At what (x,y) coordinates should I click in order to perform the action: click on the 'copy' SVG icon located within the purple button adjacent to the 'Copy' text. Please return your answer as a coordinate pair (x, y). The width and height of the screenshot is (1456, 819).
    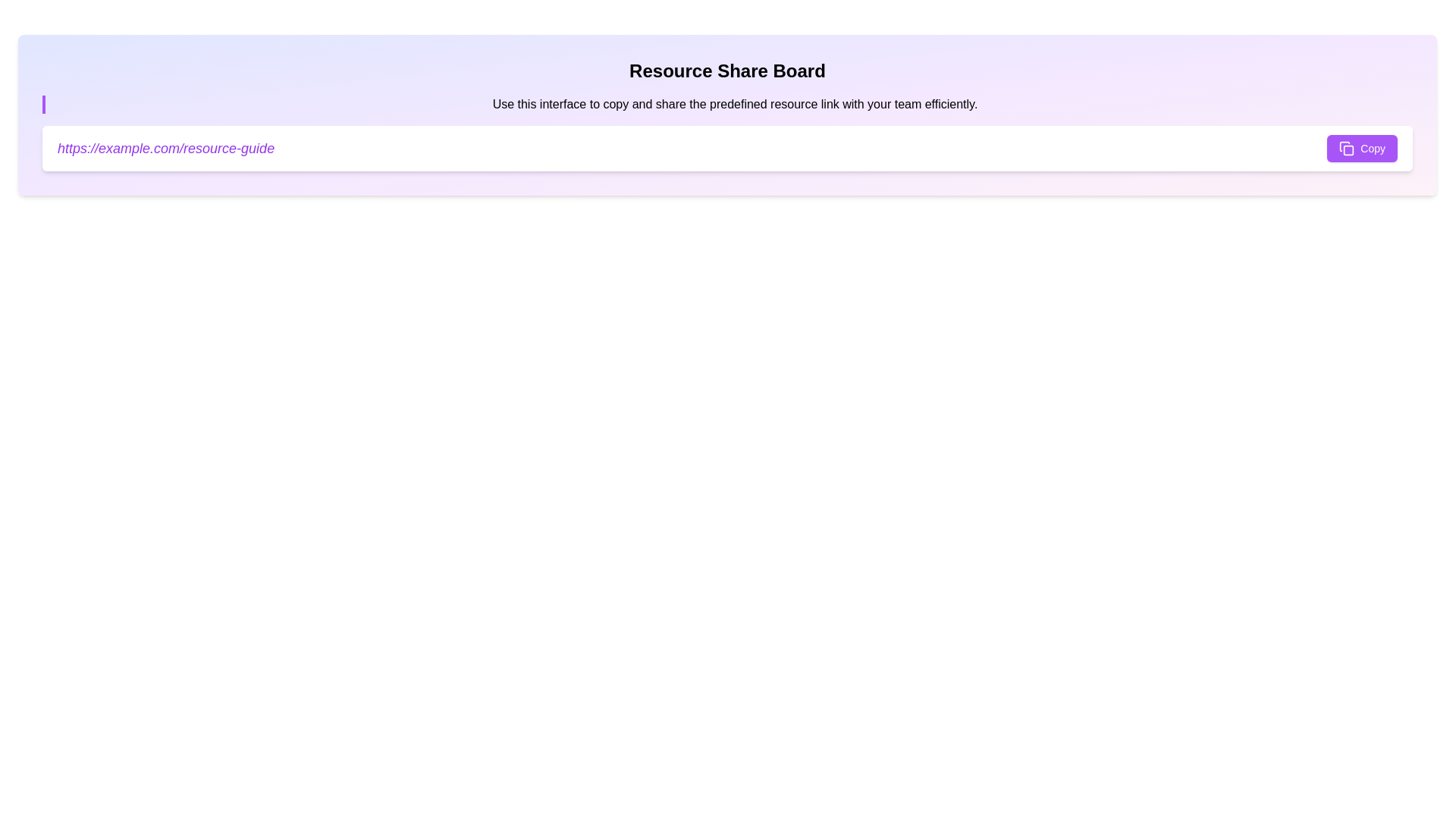
    Looking at the image, I should click on (1347, 149).